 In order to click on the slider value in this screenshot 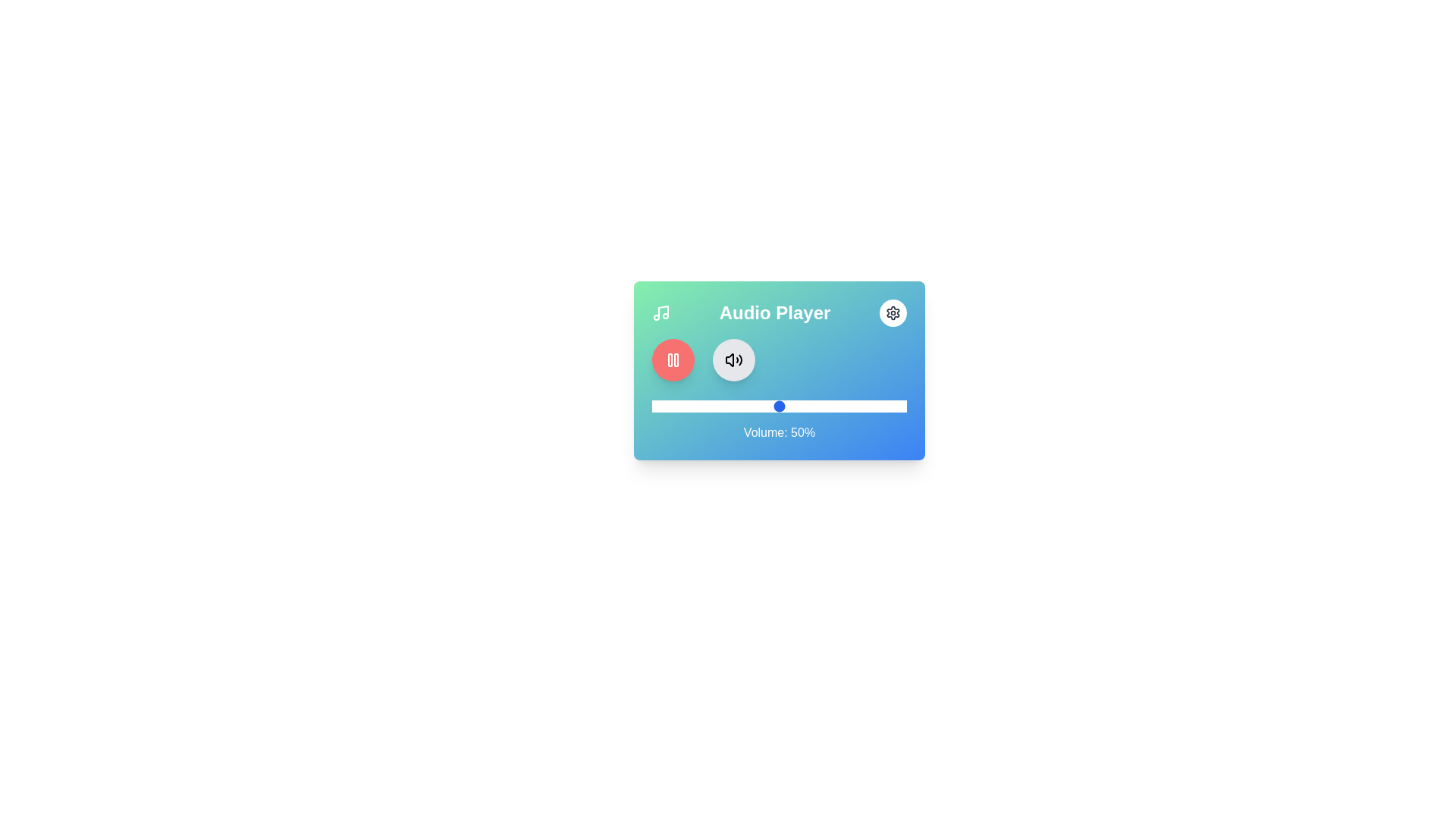, I will do `click(837, 406)`.